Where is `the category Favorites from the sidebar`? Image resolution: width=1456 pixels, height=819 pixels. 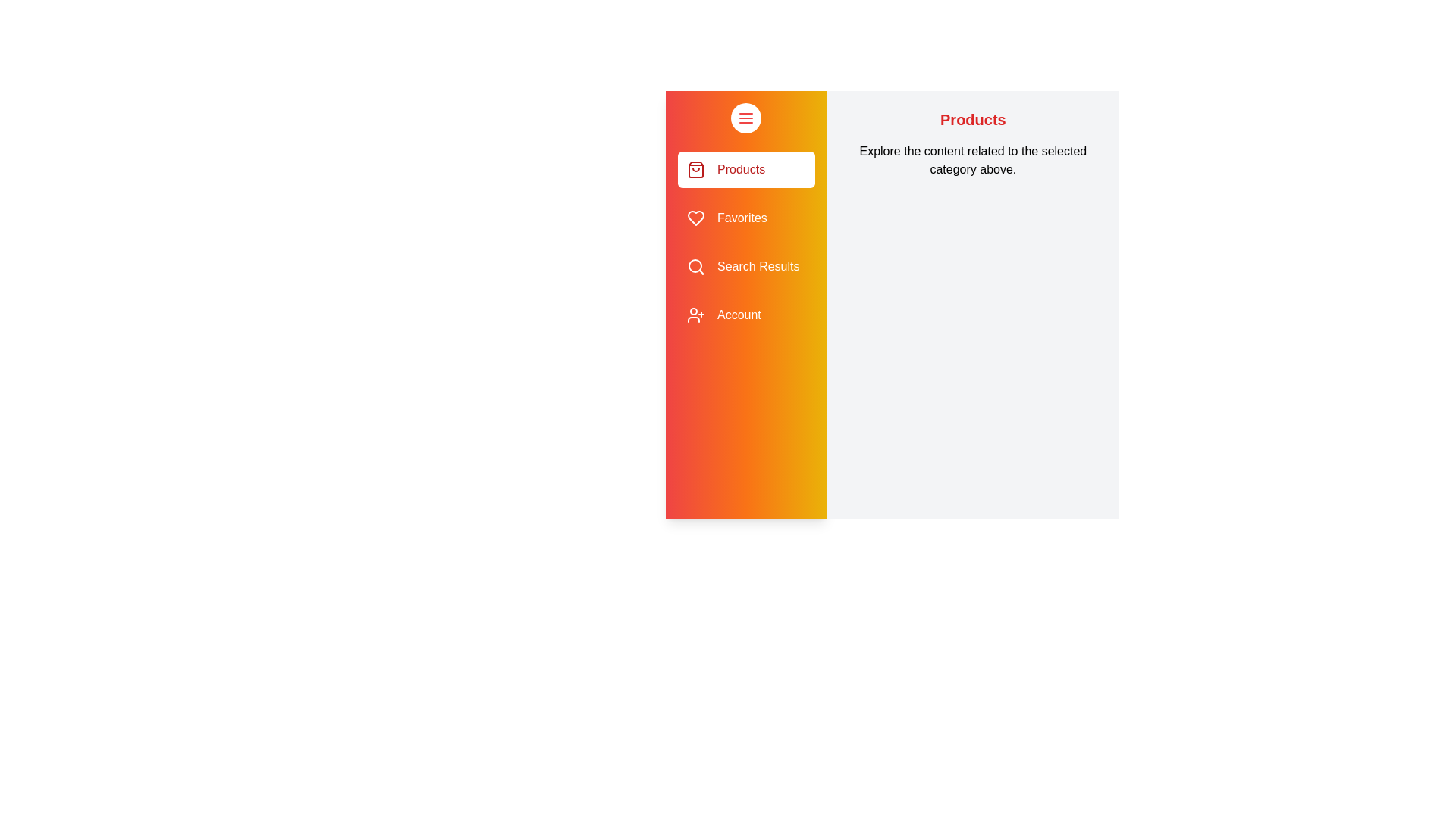 the category Favorites from the sidebar is located at coordinates (745, 218).